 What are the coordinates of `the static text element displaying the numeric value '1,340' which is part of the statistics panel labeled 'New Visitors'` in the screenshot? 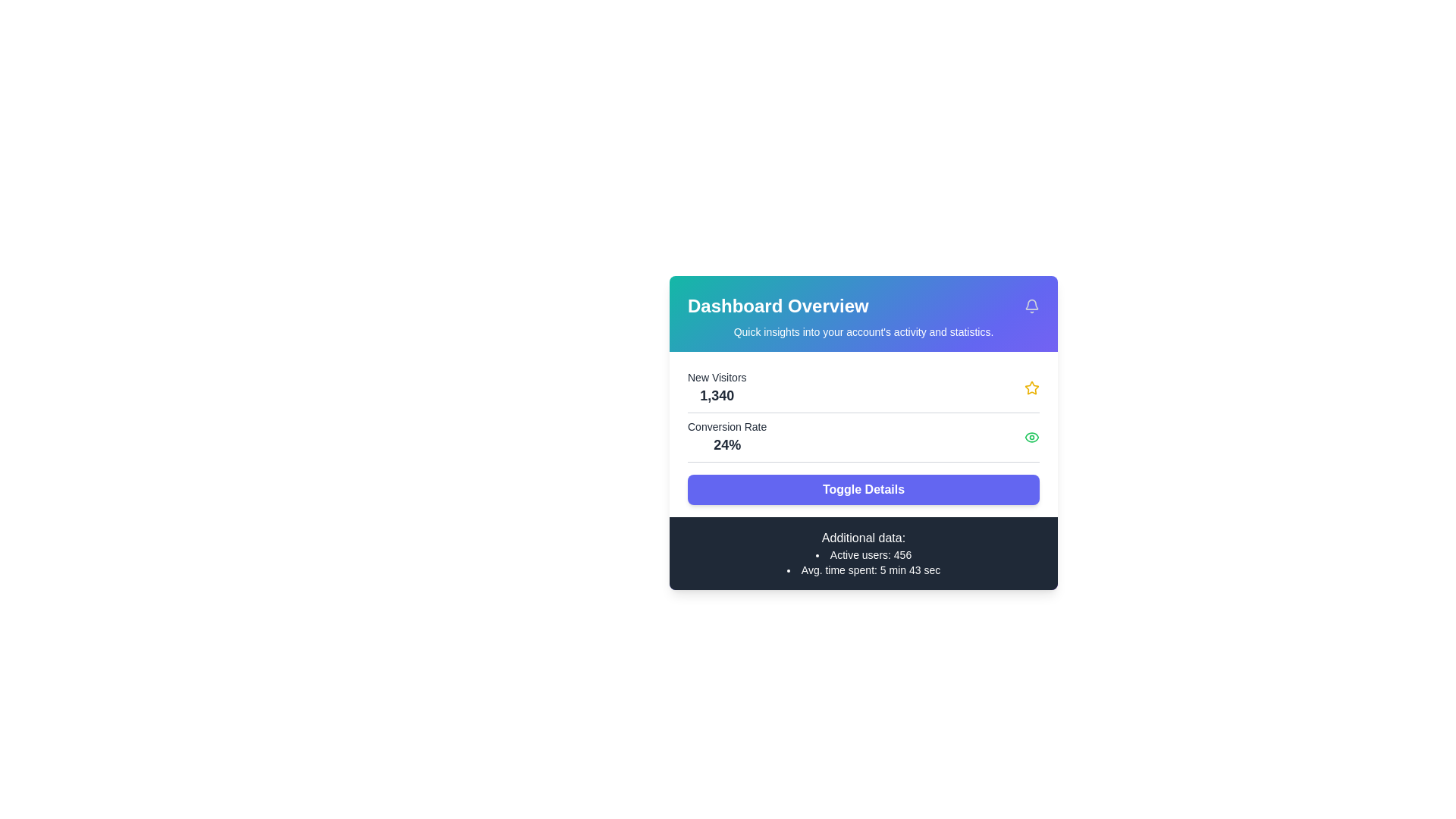 It's located at (716, 394).